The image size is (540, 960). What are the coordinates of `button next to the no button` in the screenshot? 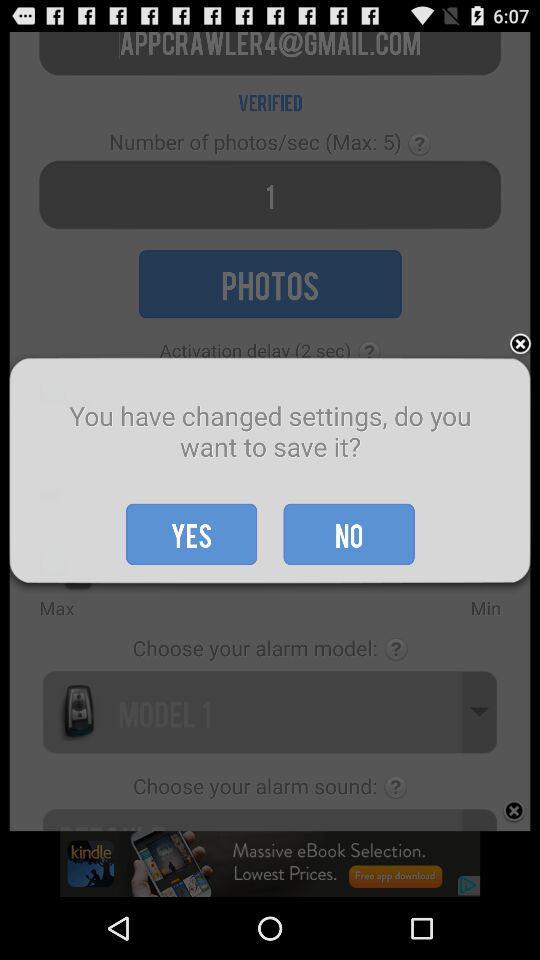 It's located at (191, 533).